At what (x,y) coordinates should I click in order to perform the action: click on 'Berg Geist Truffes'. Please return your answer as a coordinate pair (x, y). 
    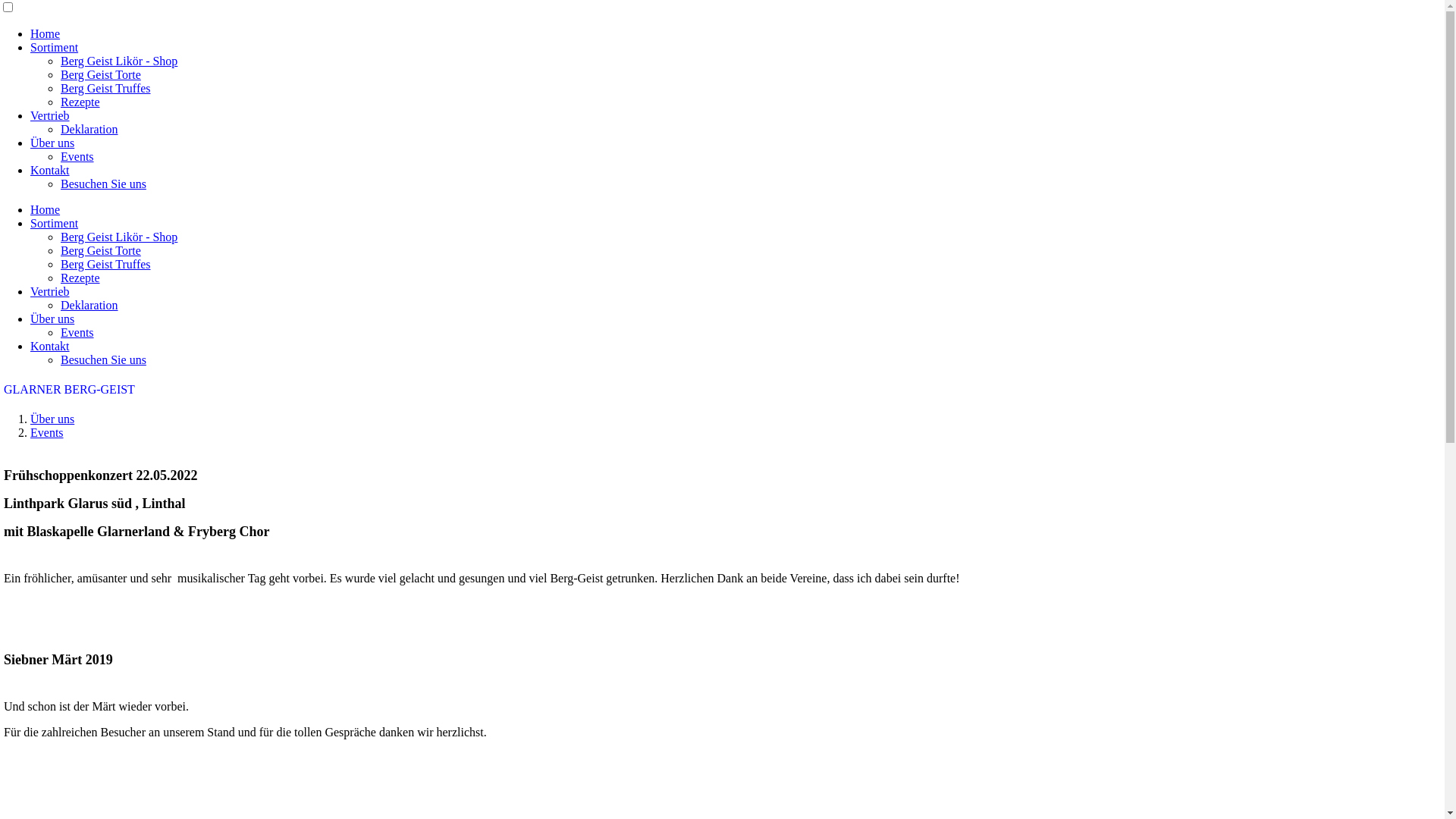
    Looking at the image, I should click on (105, 88).